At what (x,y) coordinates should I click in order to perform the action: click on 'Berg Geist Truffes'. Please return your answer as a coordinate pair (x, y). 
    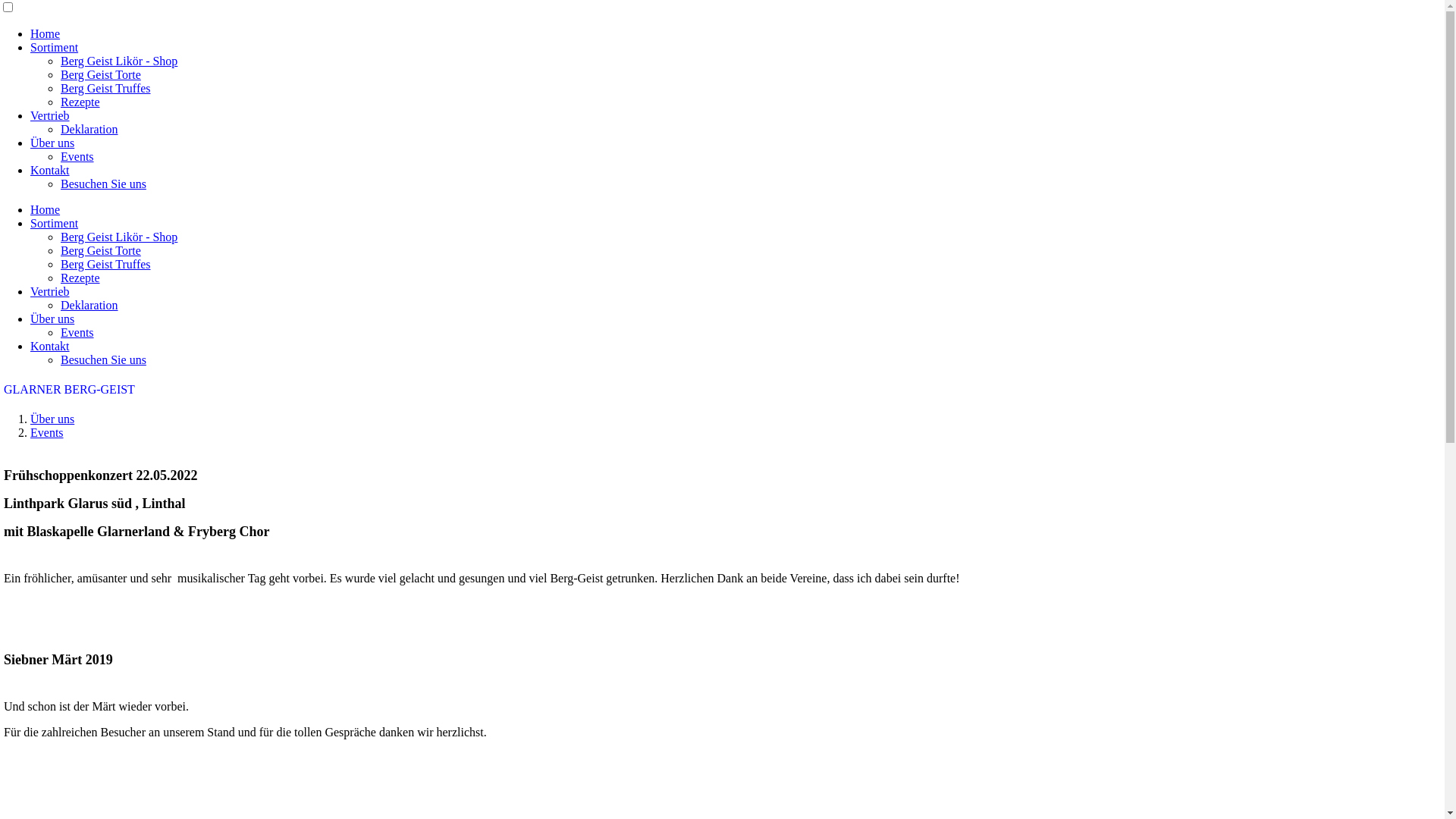
    Looking at the image, I should click on (105, 88).